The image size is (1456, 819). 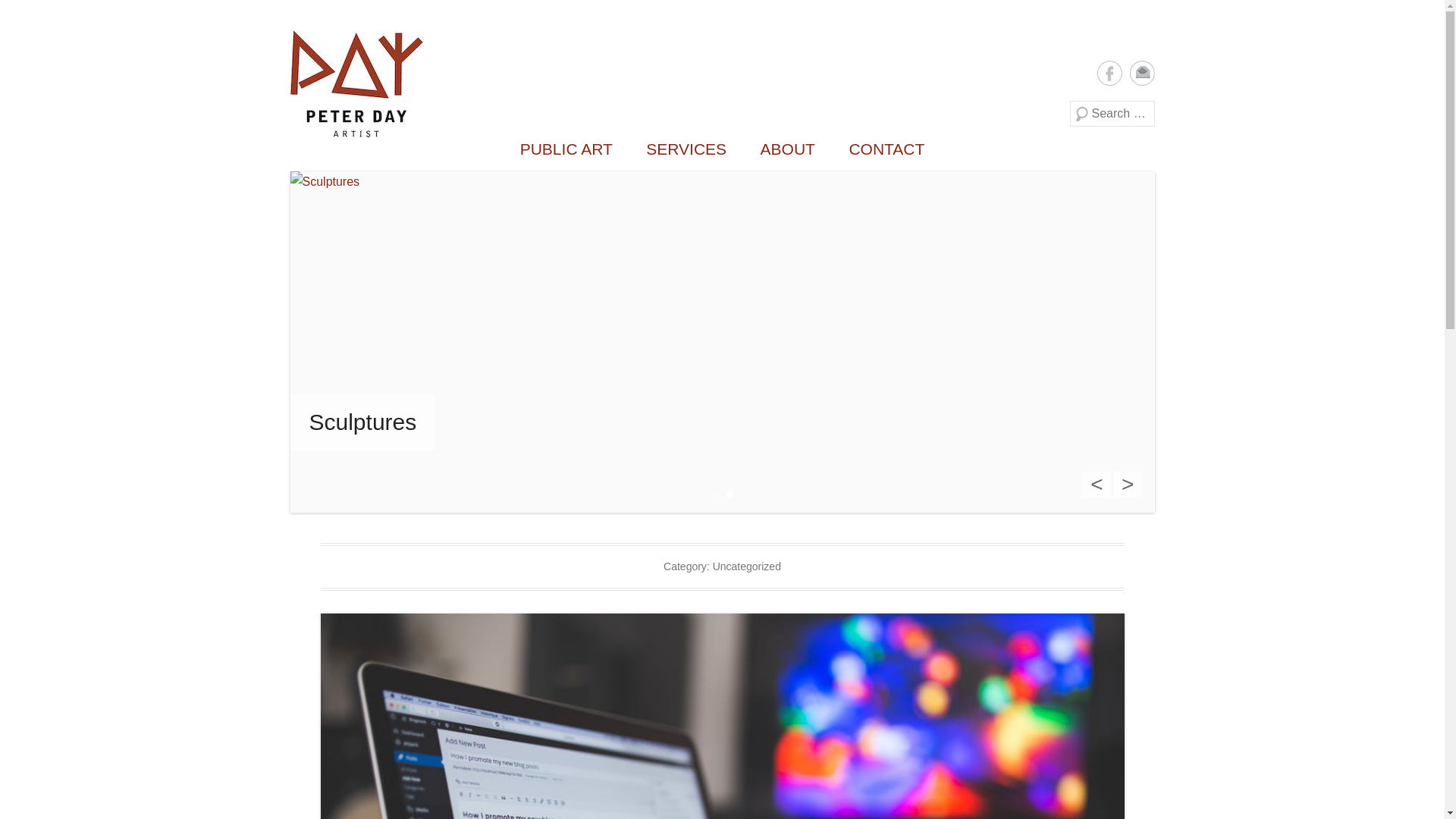 I want to click on '>', so click(x=1128, y=484).